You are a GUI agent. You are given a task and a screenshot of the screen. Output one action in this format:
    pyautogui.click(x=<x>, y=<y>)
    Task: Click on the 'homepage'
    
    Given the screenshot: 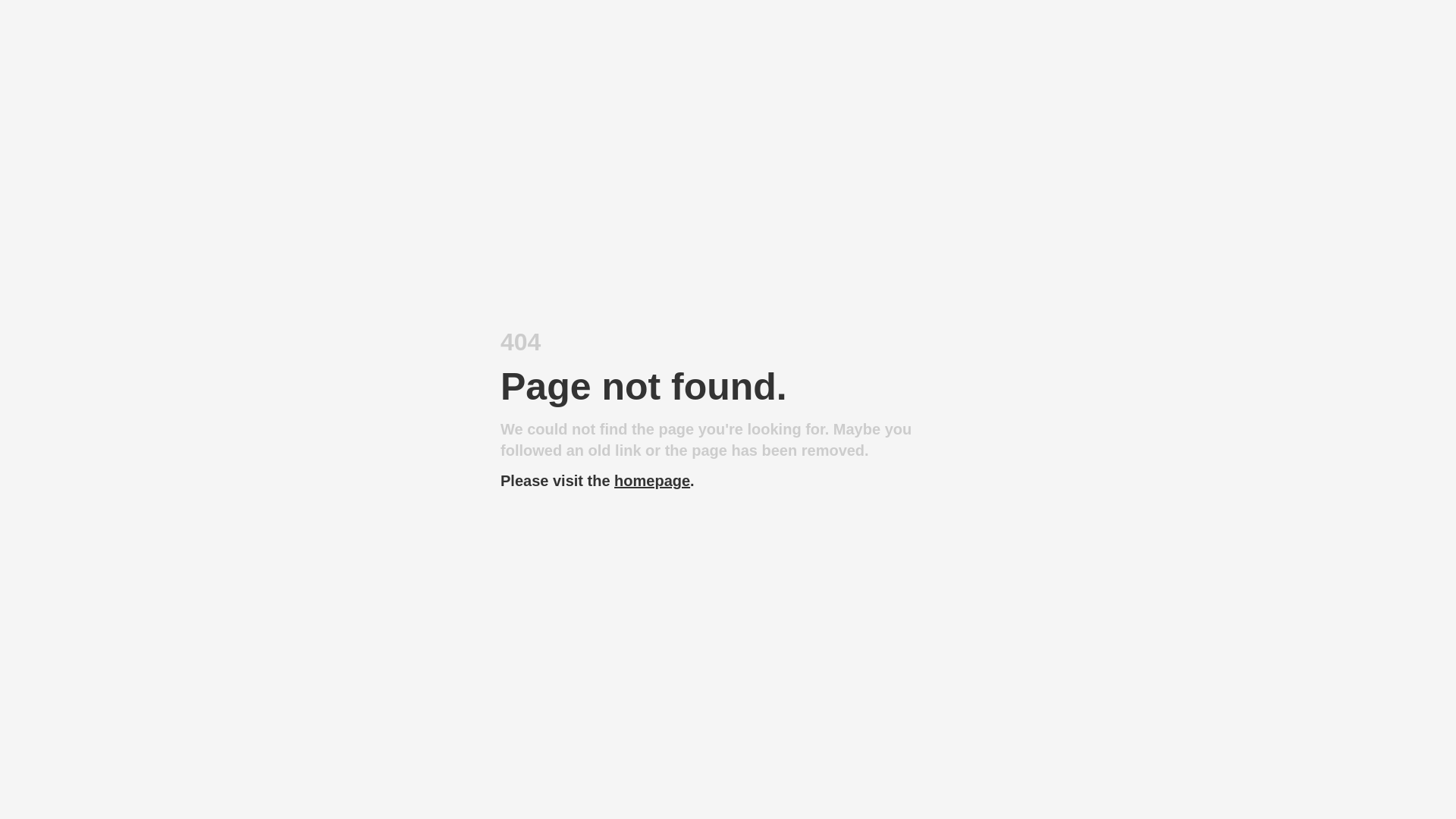 What is the action you would take?
    pyautogui.click(x=651, y=480)
    